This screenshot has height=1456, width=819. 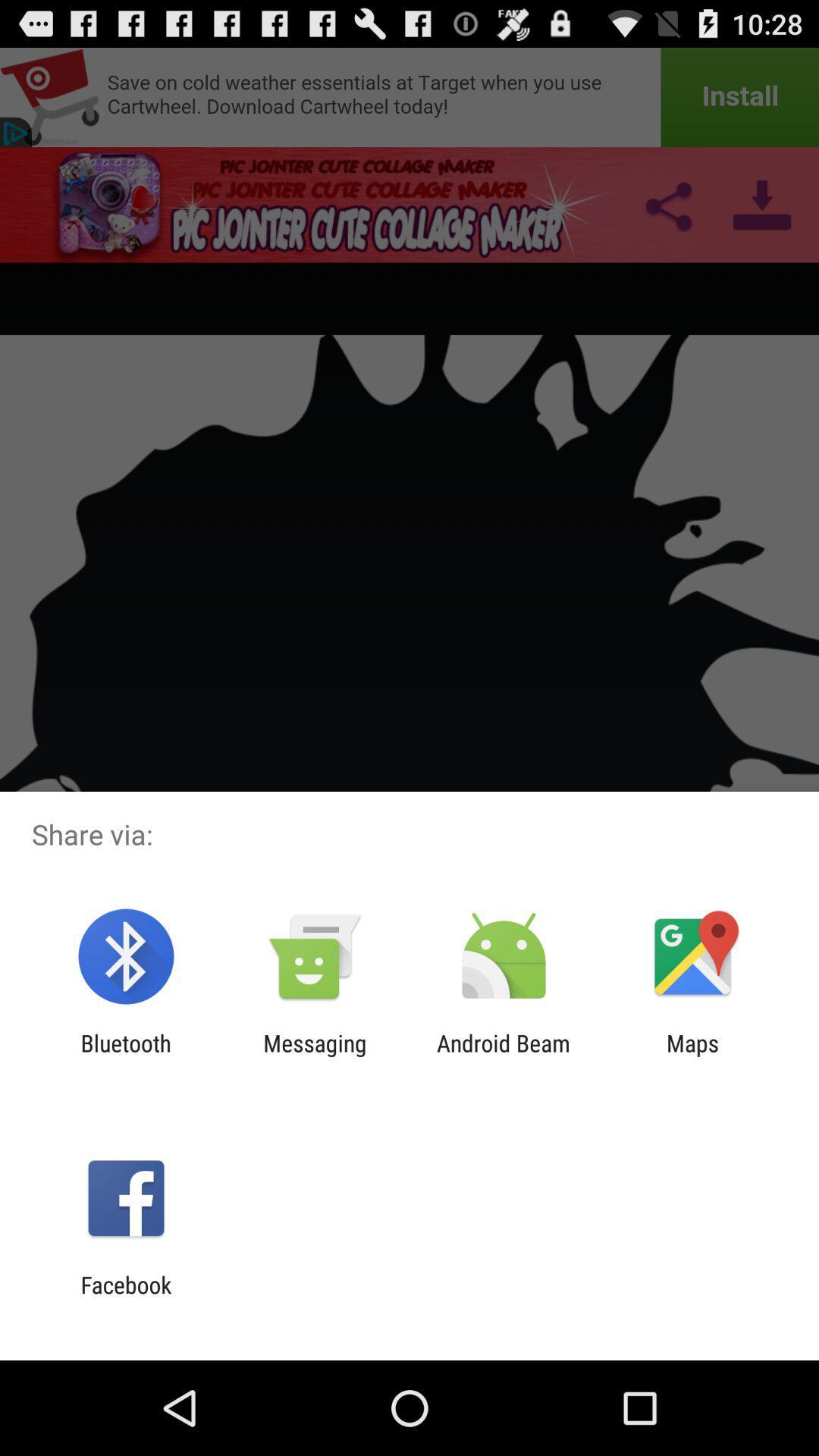 What do you see at coordinates (692, 1056) in the screenshot?
I see `maps icon` at bounding box center [692, 1056].